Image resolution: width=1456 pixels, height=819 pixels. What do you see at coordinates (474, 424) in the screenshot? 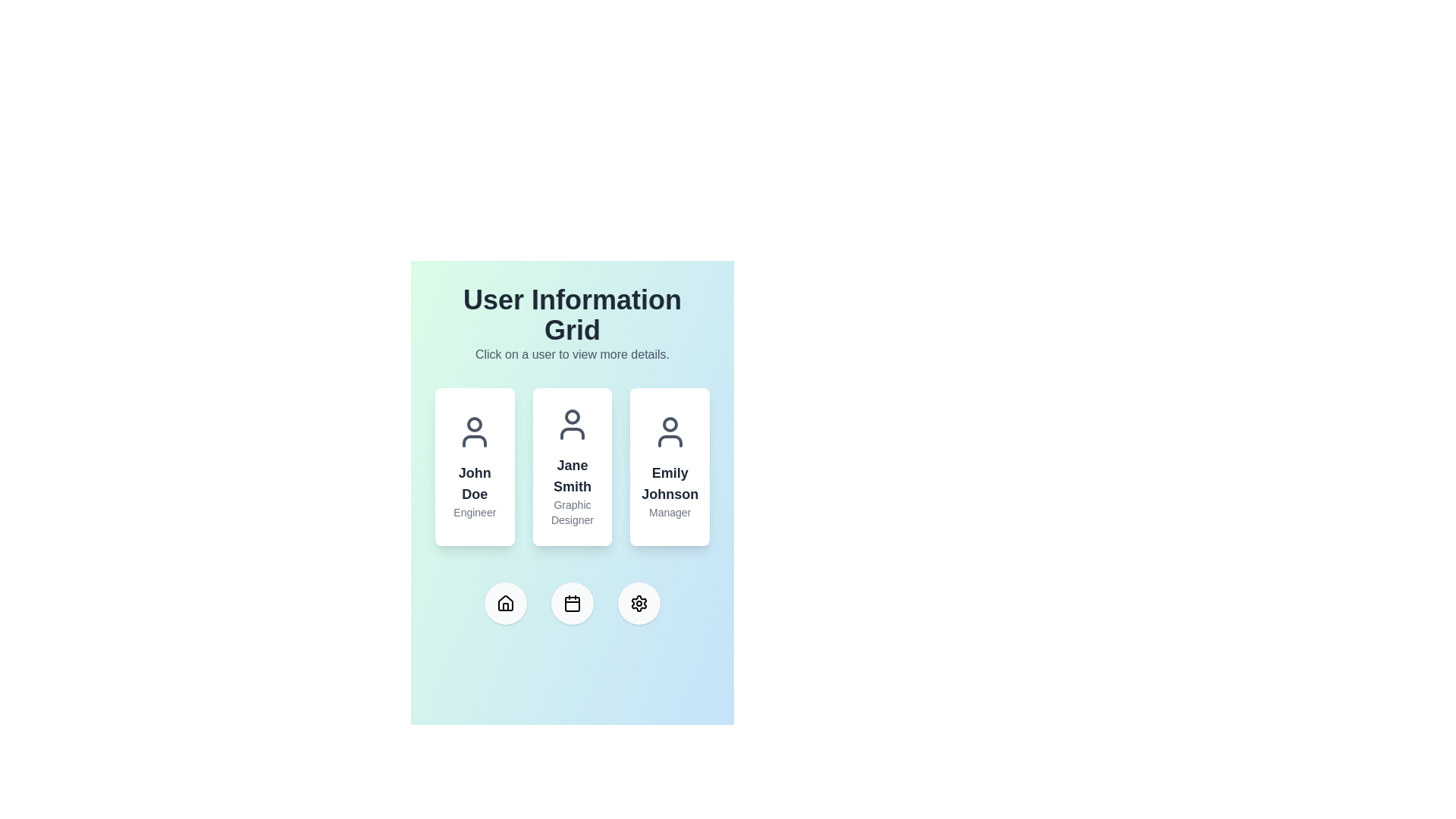
I see `attributes of the graphical circular element that is part of the SVG icon located at the top of the first user card in the grid layout` at bounding box center [474, 424].